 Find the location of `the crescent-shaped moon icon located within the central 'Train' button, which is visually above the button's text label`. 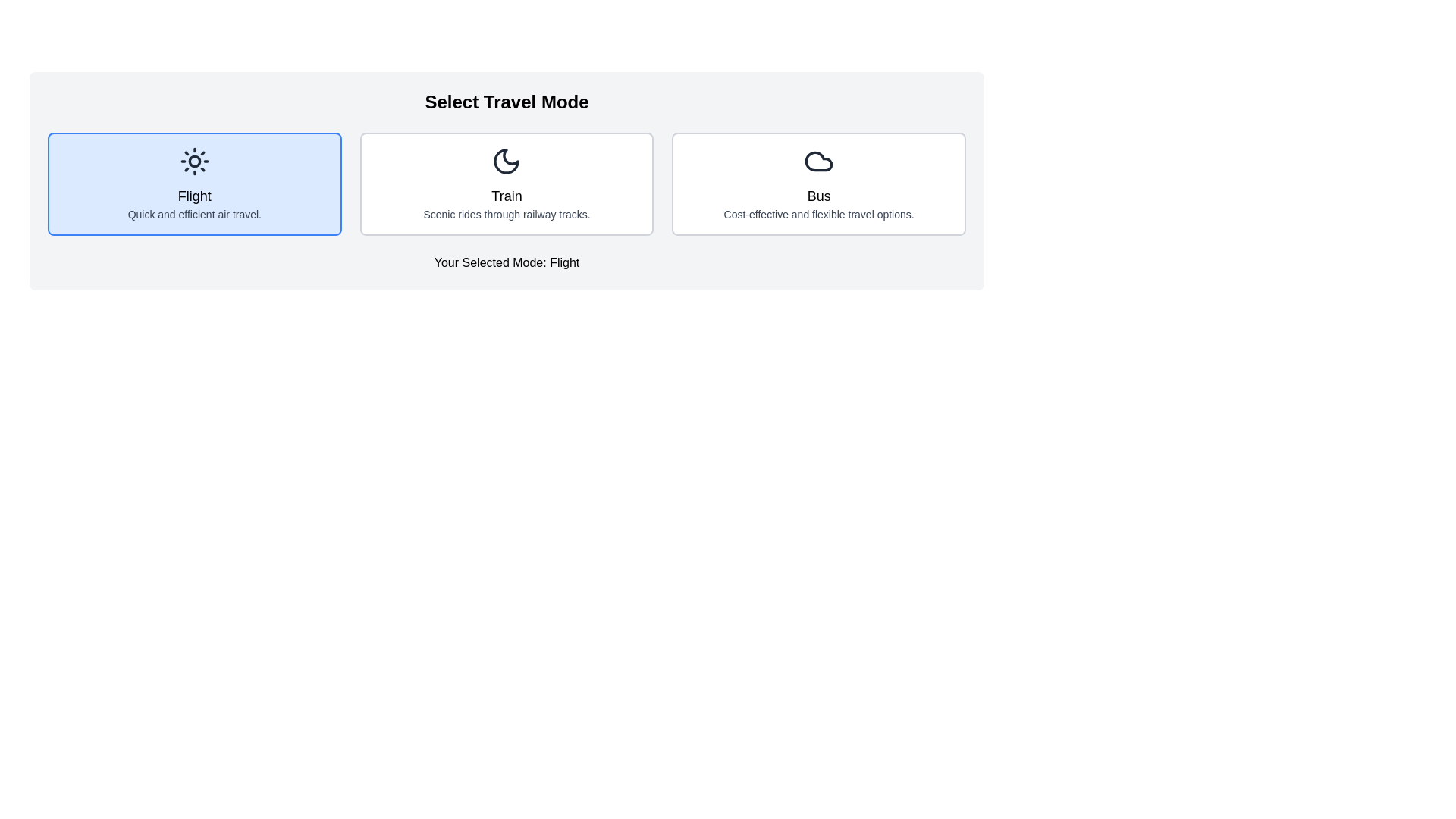

the crescent-shaped moon icon located within the central 'Train' button, which is visually above the button's text label is located at coordinates (507, 161).